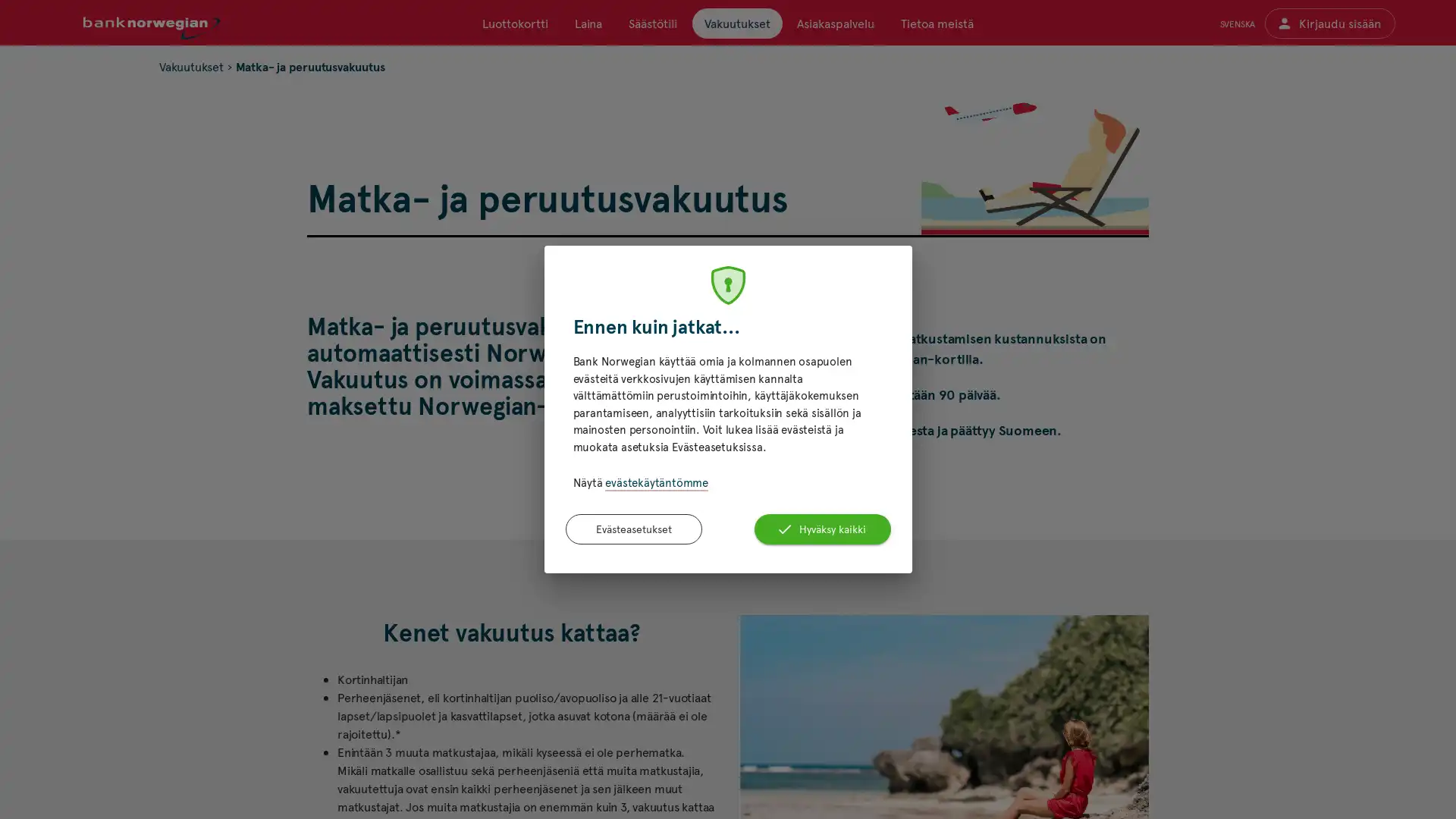 The height and width of the screenshot is (819, 1456). Describe the element at coordinates (633, 528) in the screenshot. I see `Evasteasetukset` at that location.